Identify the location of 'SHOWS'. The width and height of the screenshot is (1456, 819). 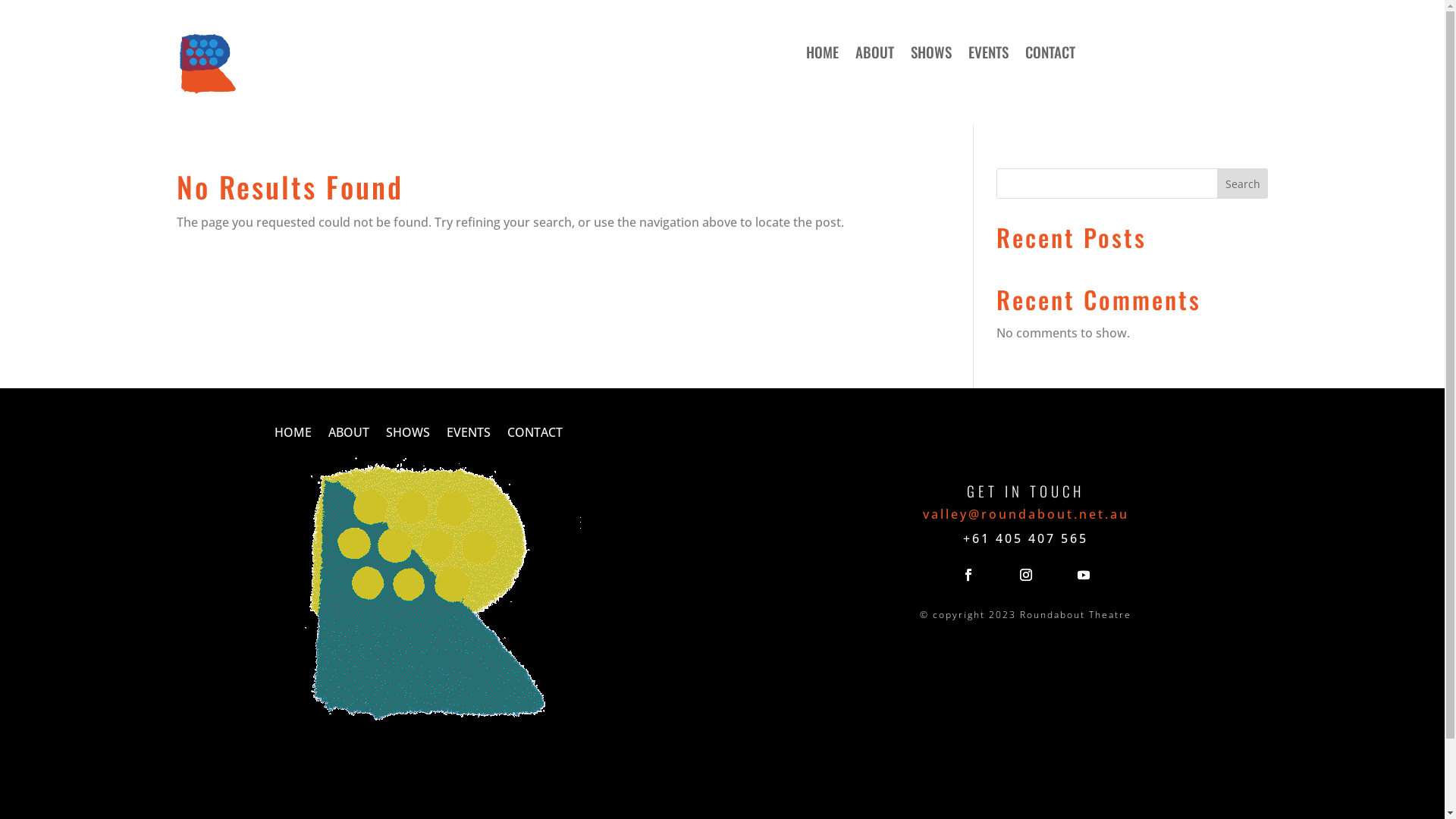
(407, 435).